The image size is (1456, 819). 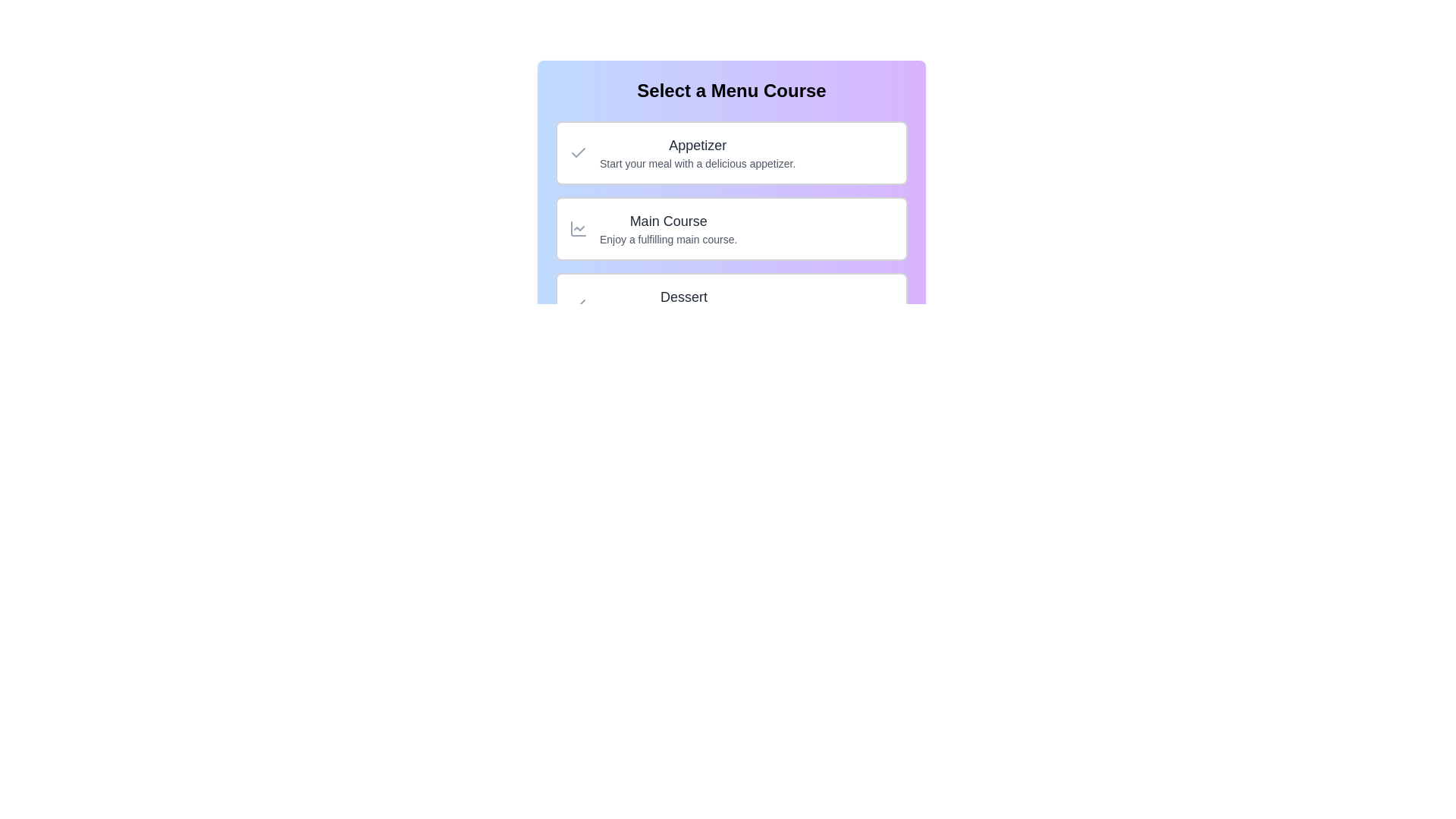 What do you see at coordinates (578, 304) in the screenshot?
I see `the icon located to the left of the text 'Dessert'` at bounding box center [578, 304].